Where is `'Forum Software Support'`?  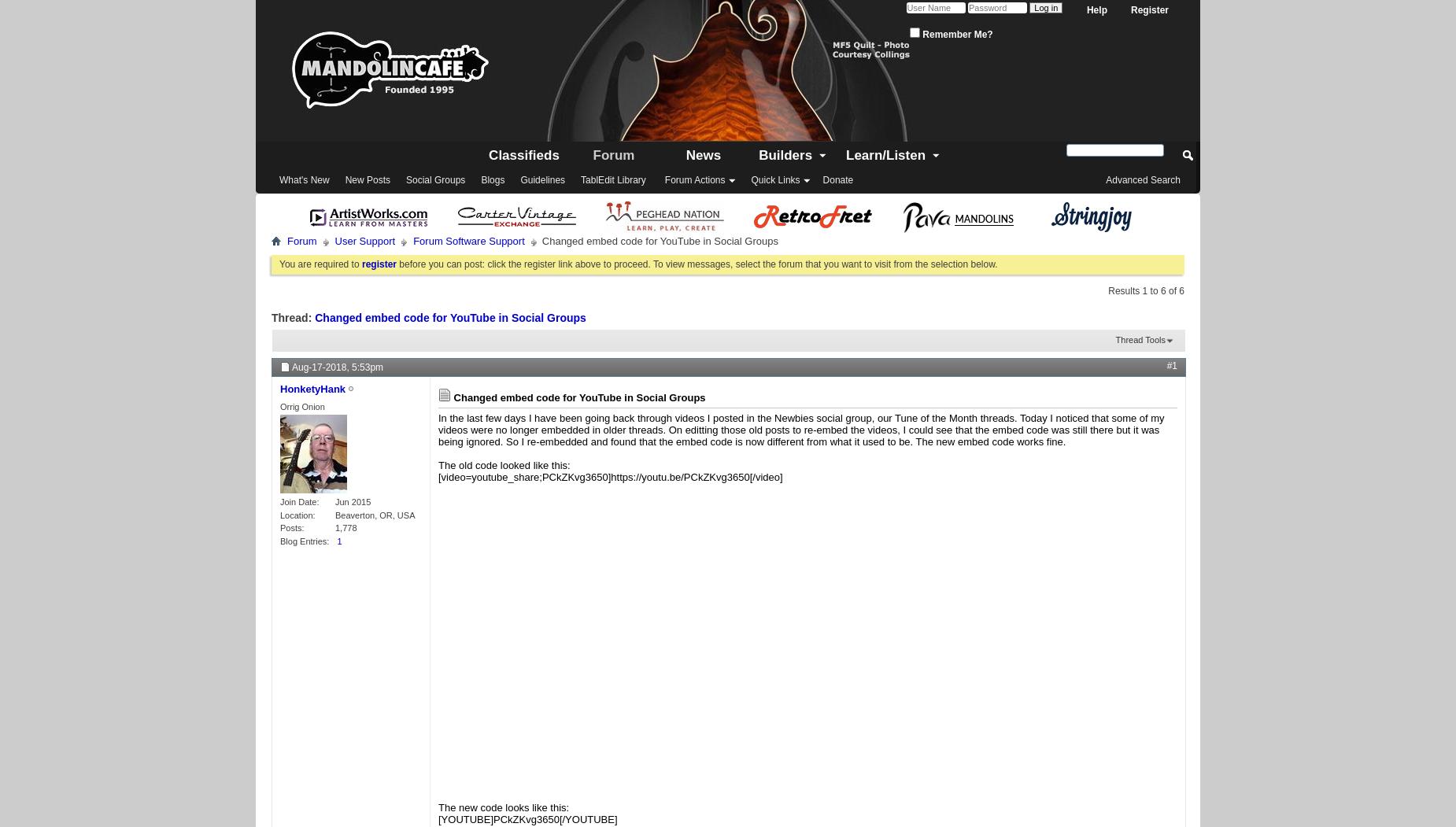 'Forum Software Support' is located at coordinates (468, 240).